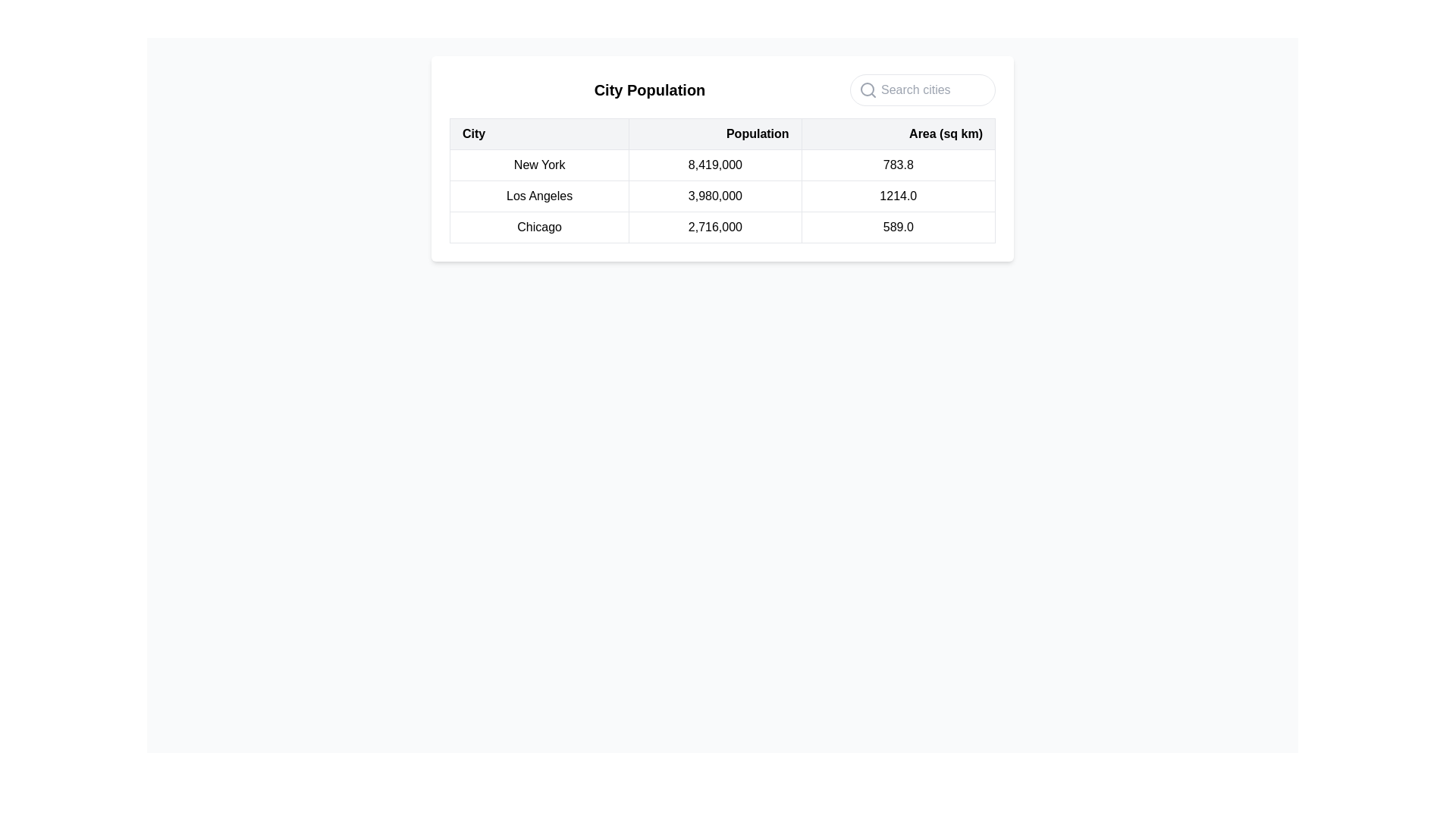 Image resolution: width=1456 pixels, height=819 pixels. What do you see at coordinates (722, 227) in the screenshot?
I see `the third row of the data table displaying city statistics for Chicago, which includes its name, population, and area size` at bounding box center [722, 227].